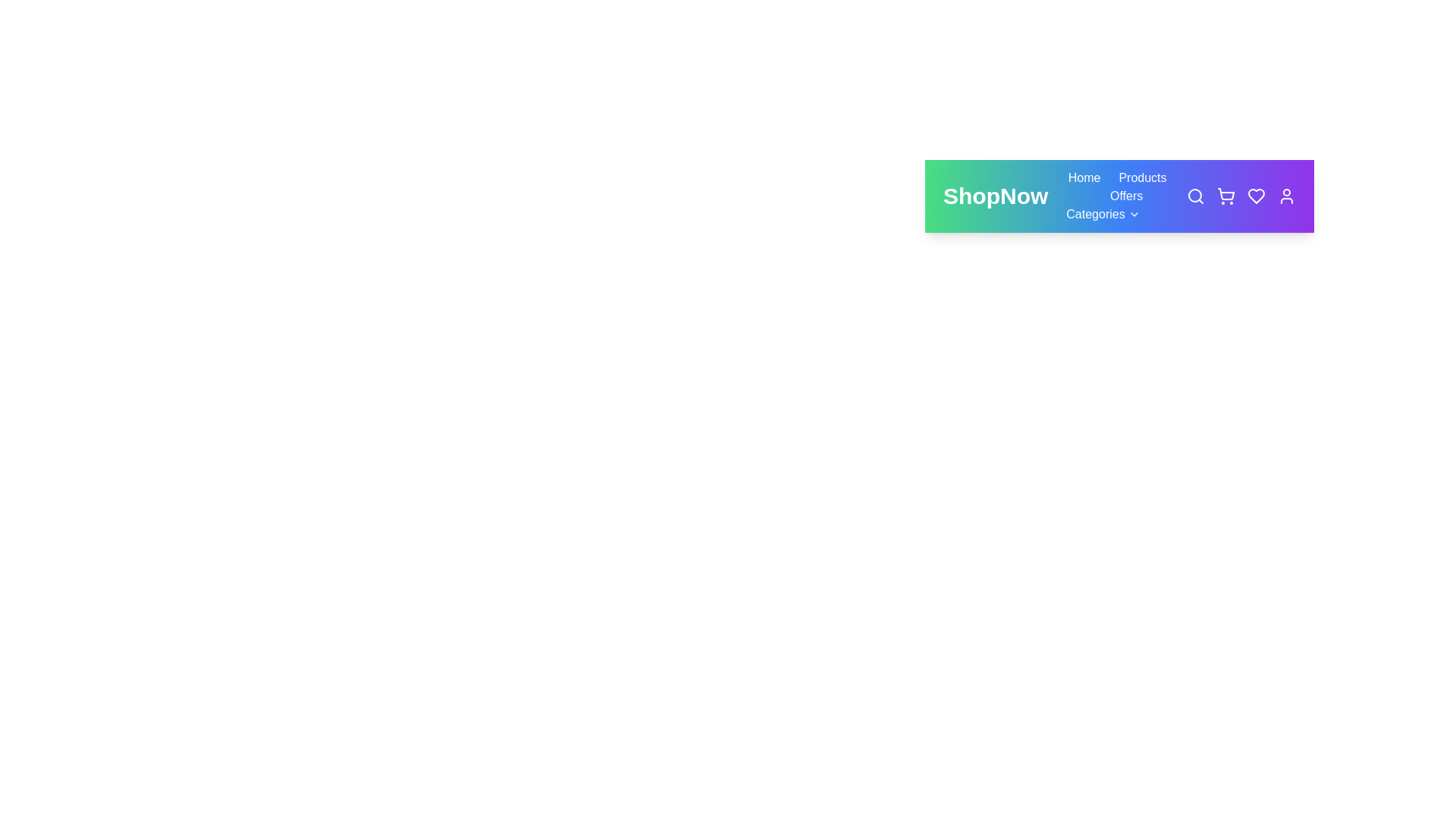 This screenshot has height=819, width=1456. Describe the element at coordinates (1143, 177) in the screenshot. I see `the Products navigation button to navigate to the respective section` at that location.